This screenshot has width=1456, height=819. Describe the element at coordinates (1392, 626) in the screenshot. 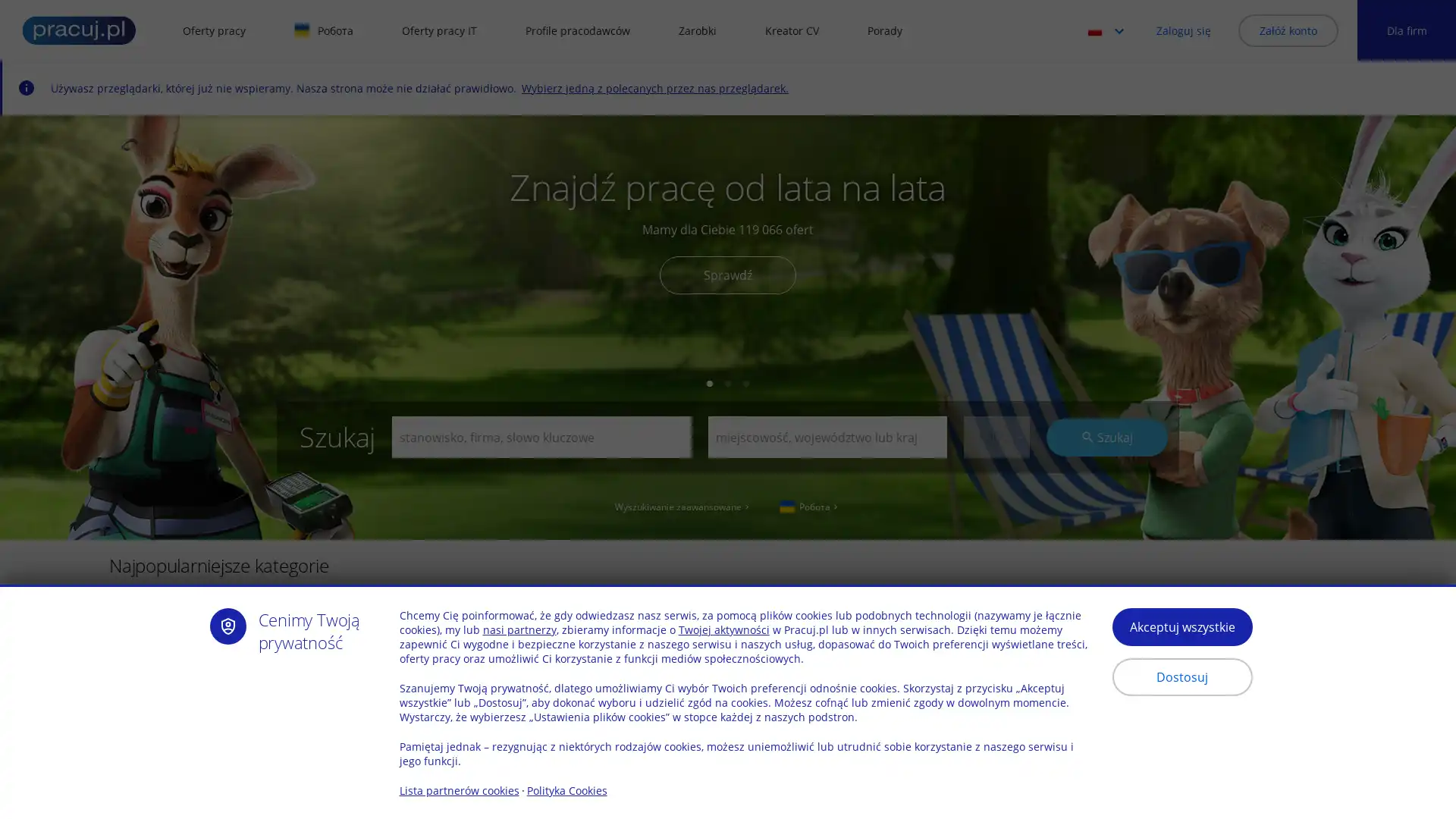

I see `Nastepne` at that location.